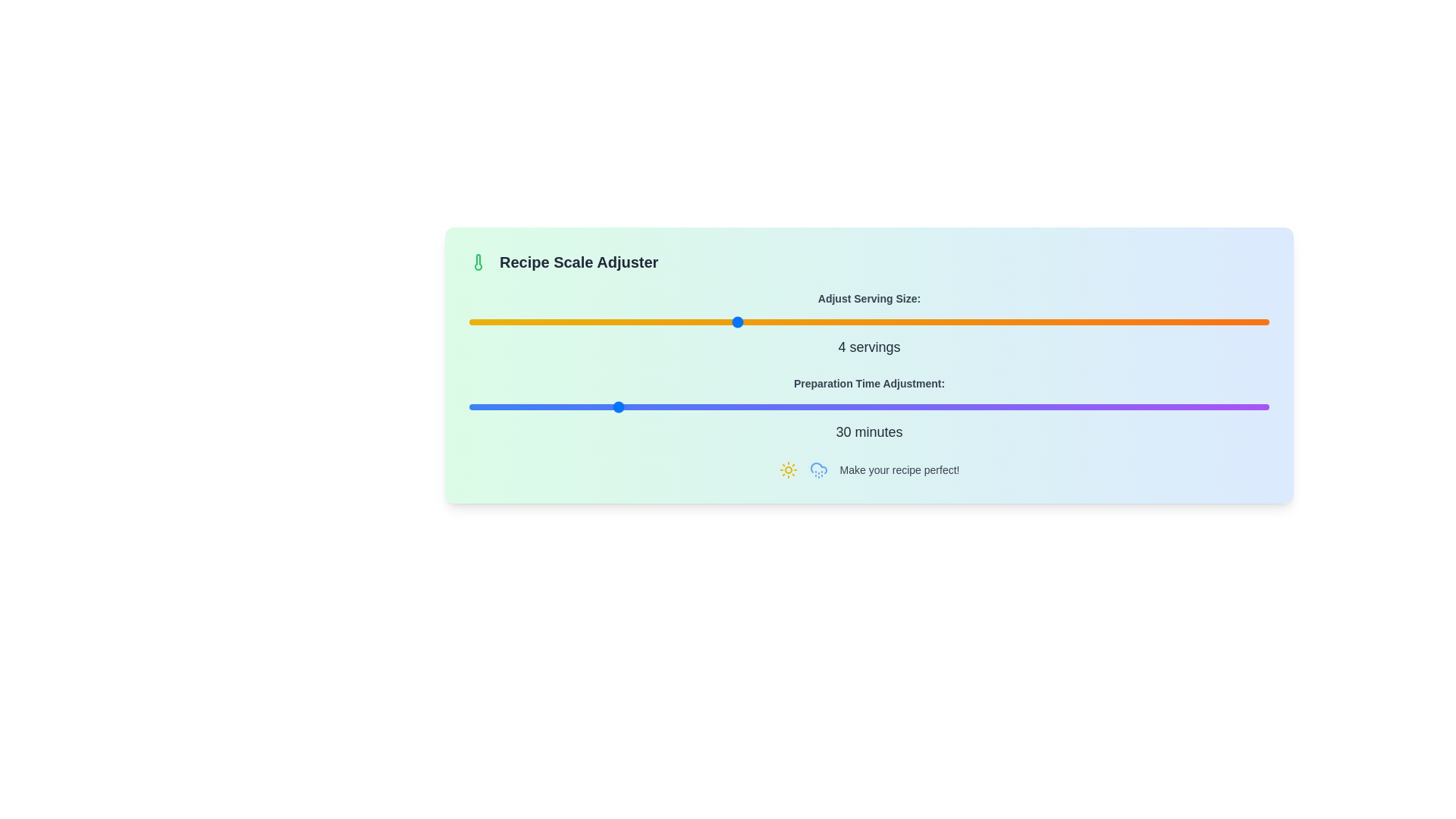  I want to click on the range slider located under 'Adjust Serving Size:' and above '4 servings' in the 'Recipe Scale Adjuster' section, so click(869, 321).